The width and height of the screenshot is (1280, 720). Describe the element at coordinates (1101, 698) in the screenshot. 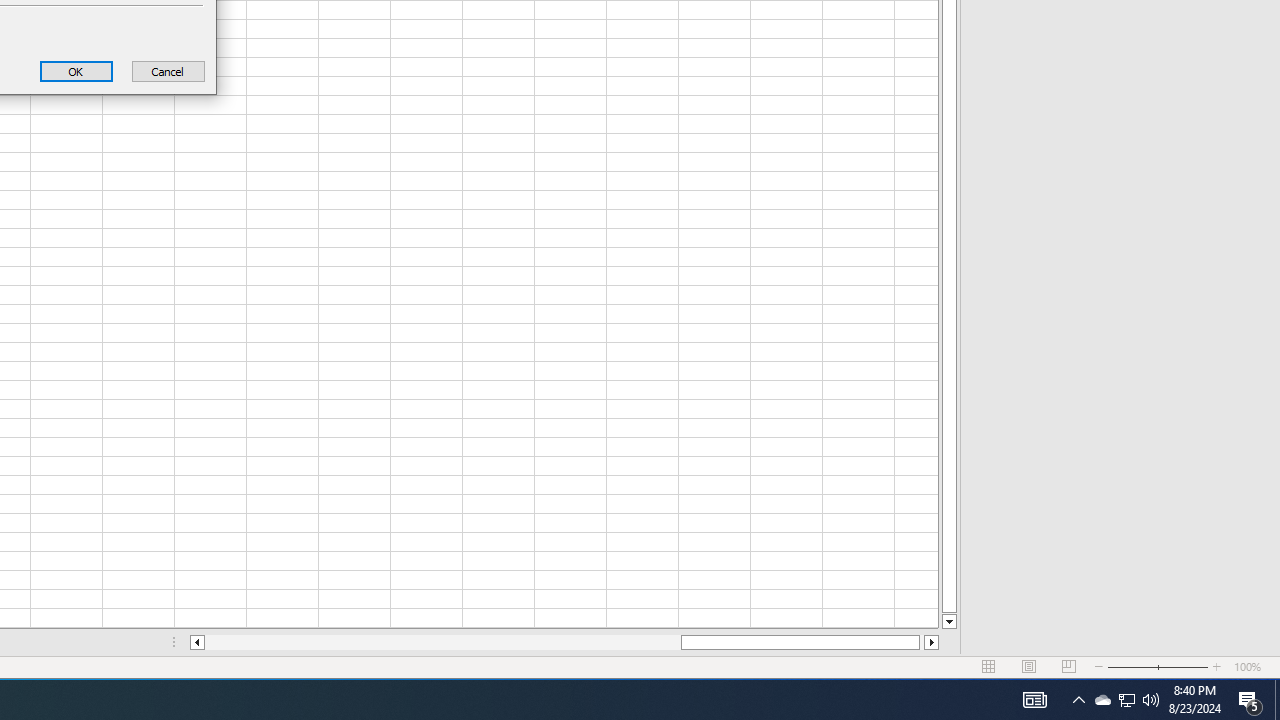

I see `'Notification Chevron'` at that location.